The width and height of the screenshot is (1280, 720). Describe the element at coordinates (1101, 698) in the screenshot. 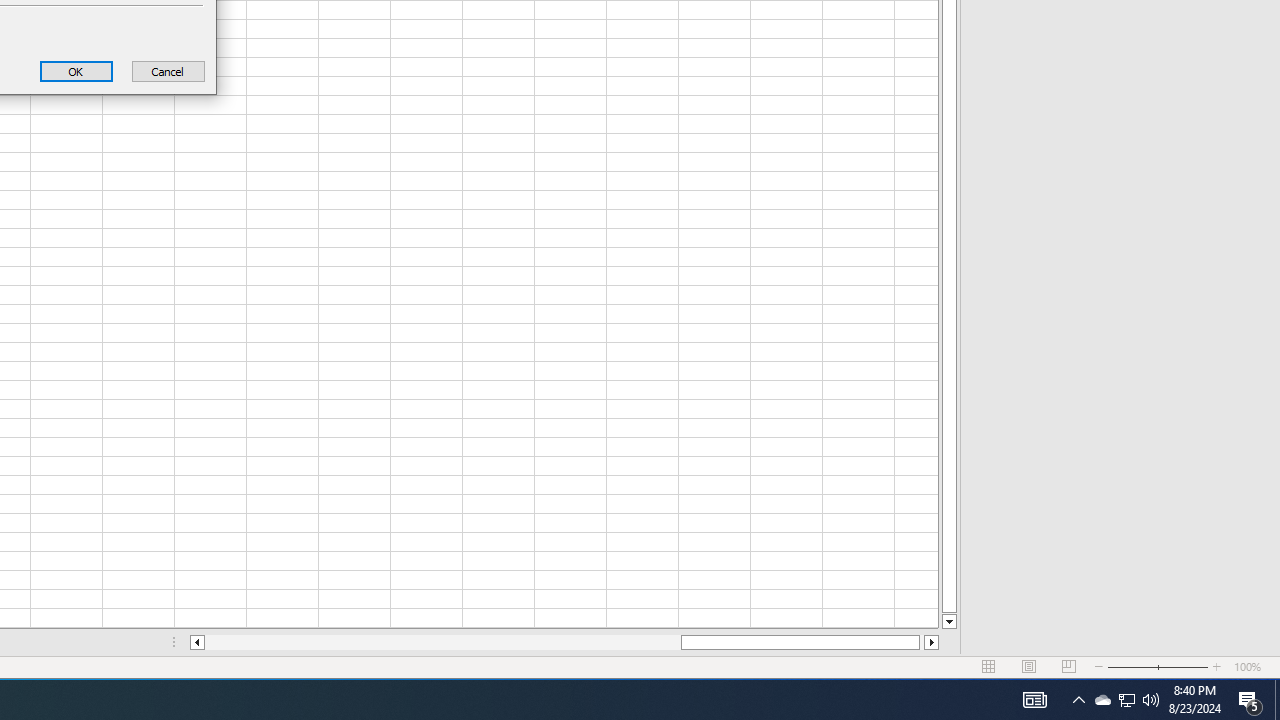

I see `'Notification Chevron'` at that location.